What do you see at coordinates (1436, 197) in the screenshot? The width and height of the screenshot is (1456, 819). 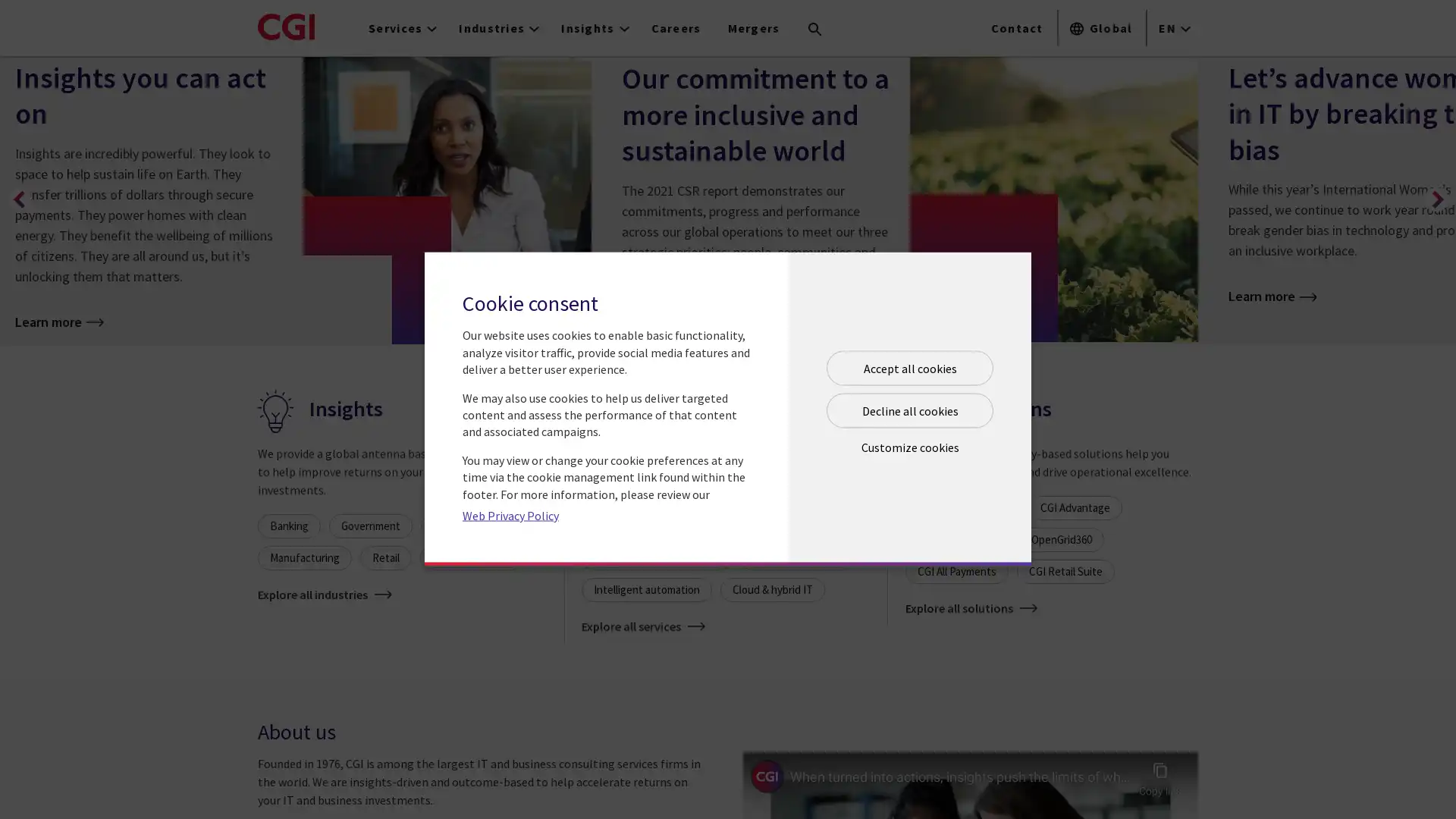 I see `Next` at bounding box center [1436, 197].